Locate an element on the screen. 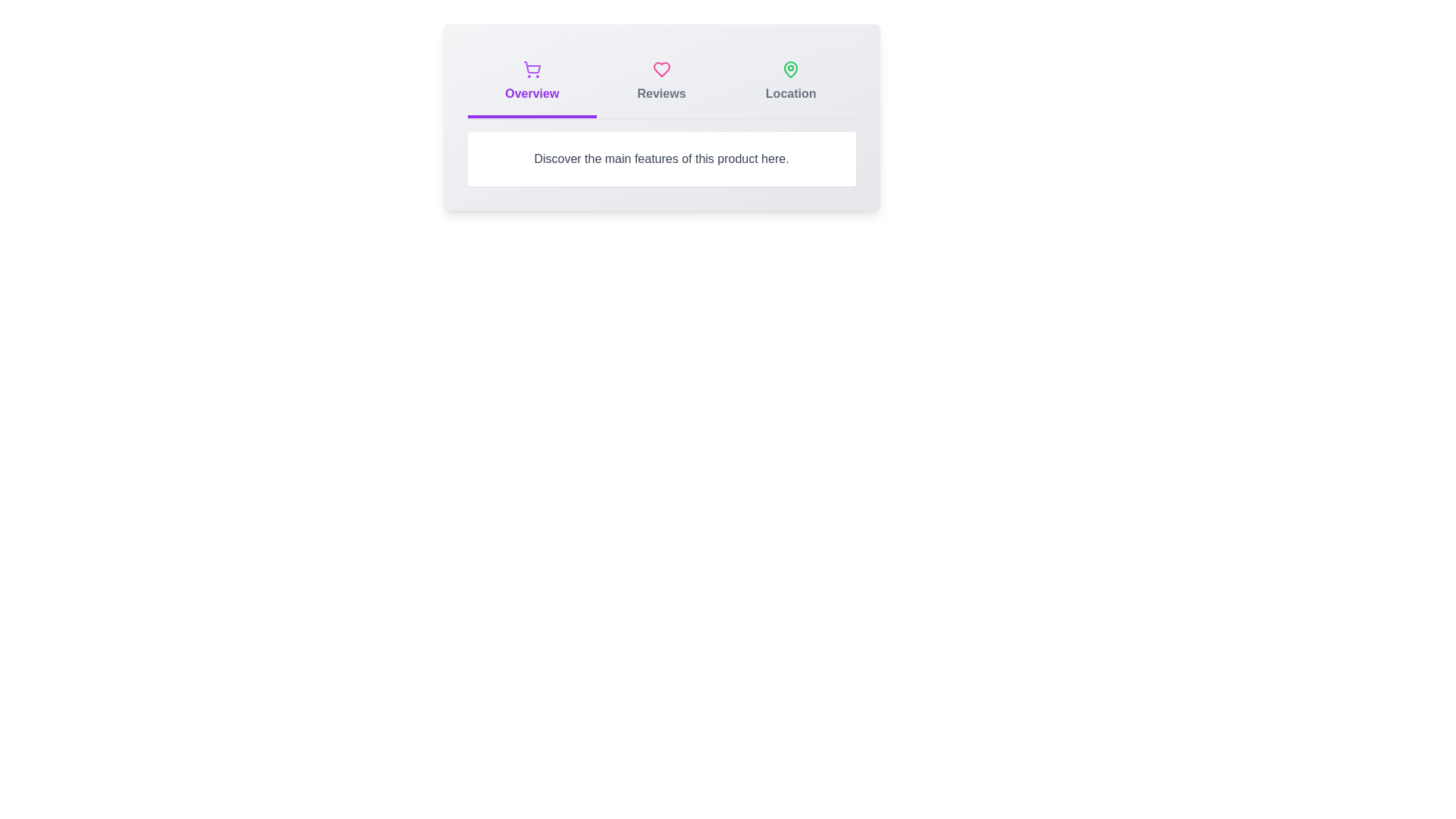 The width and height of the screenshot is (1456, 819). the tab labeled Reviews to switch to the corresponding tab is located at coordinates (661, 83).